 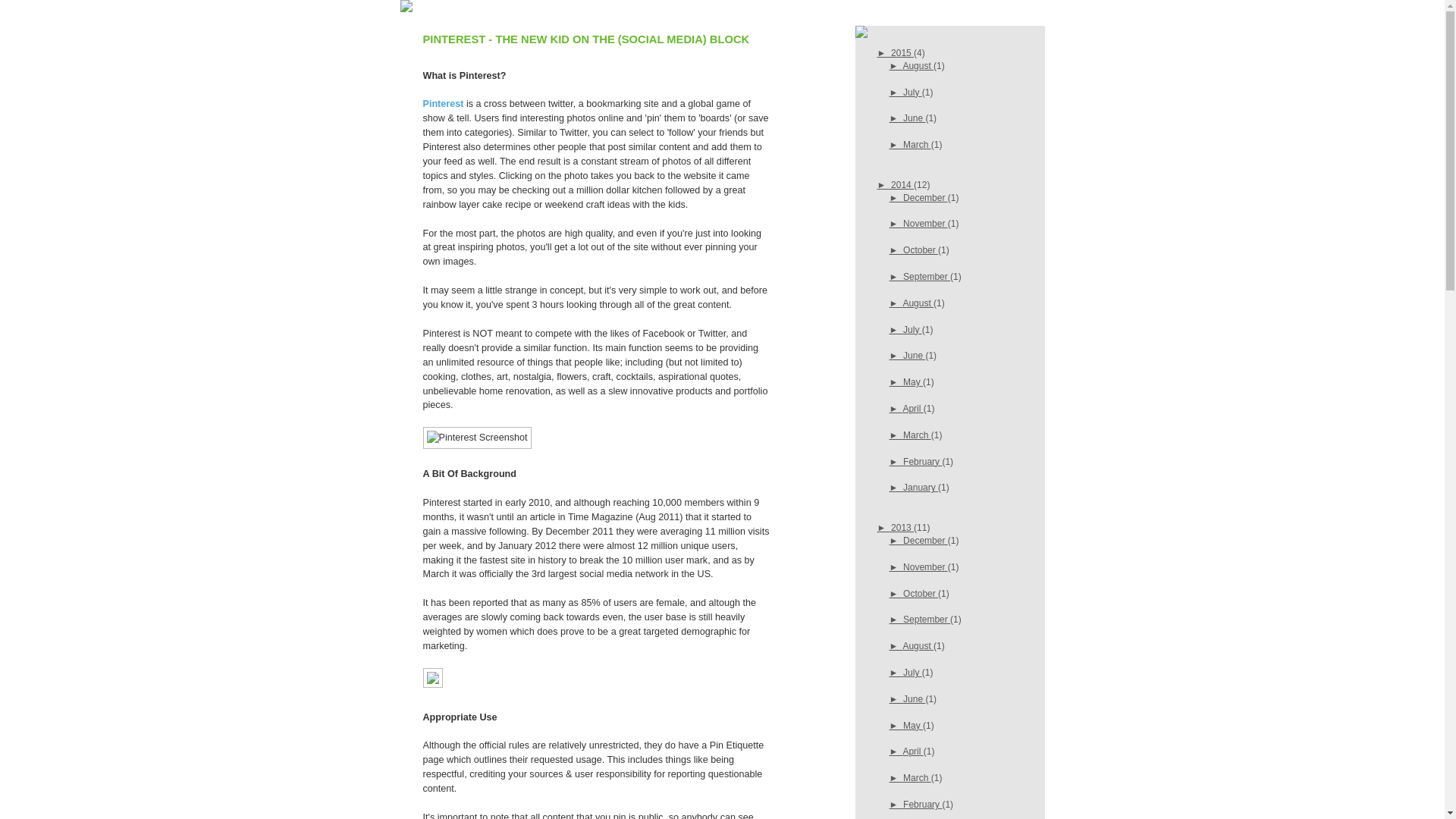 I want to click on '2013', so click(x=902, y=526).